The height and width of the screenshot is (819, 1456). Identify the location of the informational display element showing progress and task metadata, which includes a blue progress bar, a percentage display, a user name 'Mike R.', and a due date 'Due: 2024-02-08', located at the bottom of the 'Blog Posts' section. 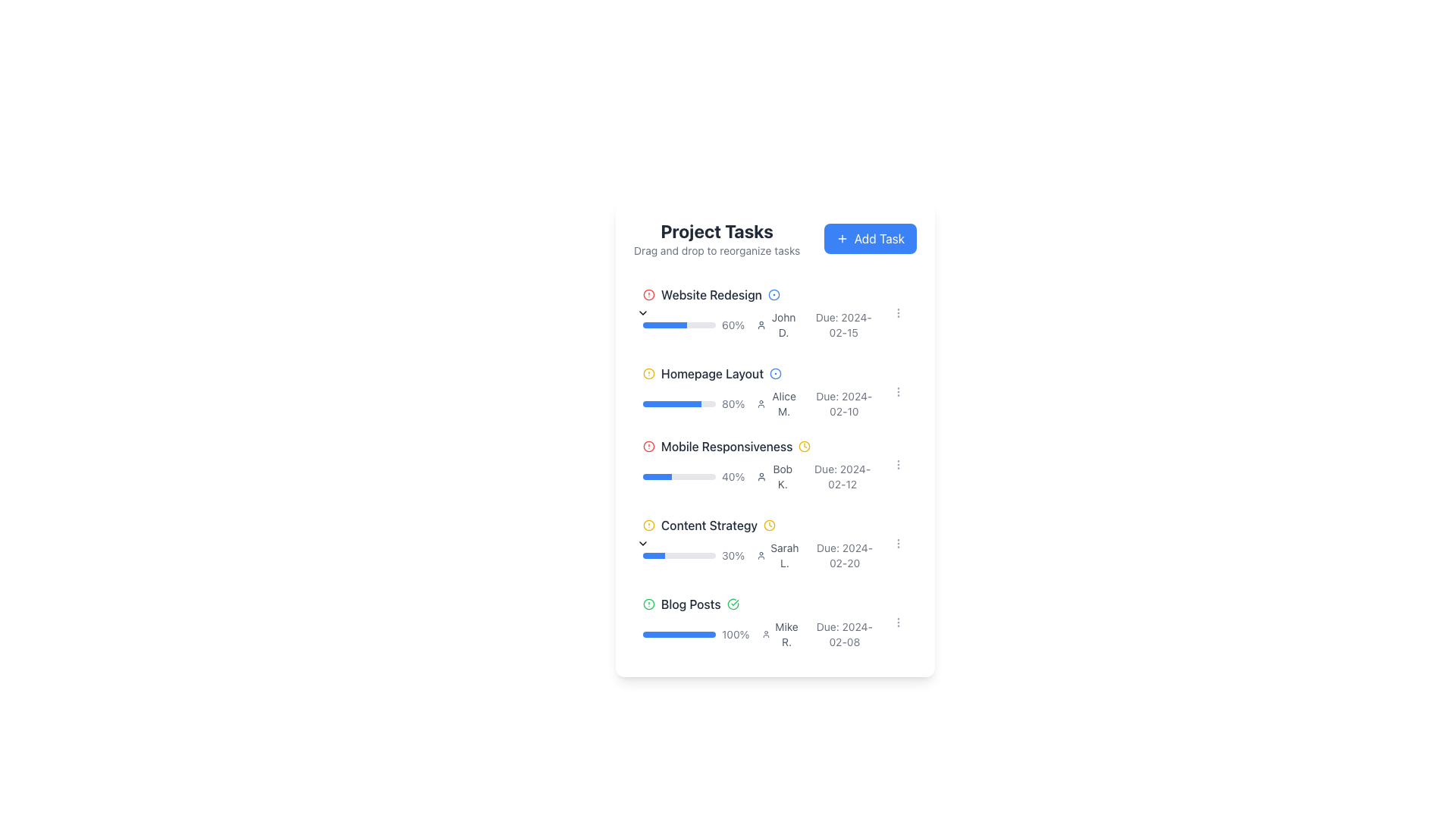
(760, 635).